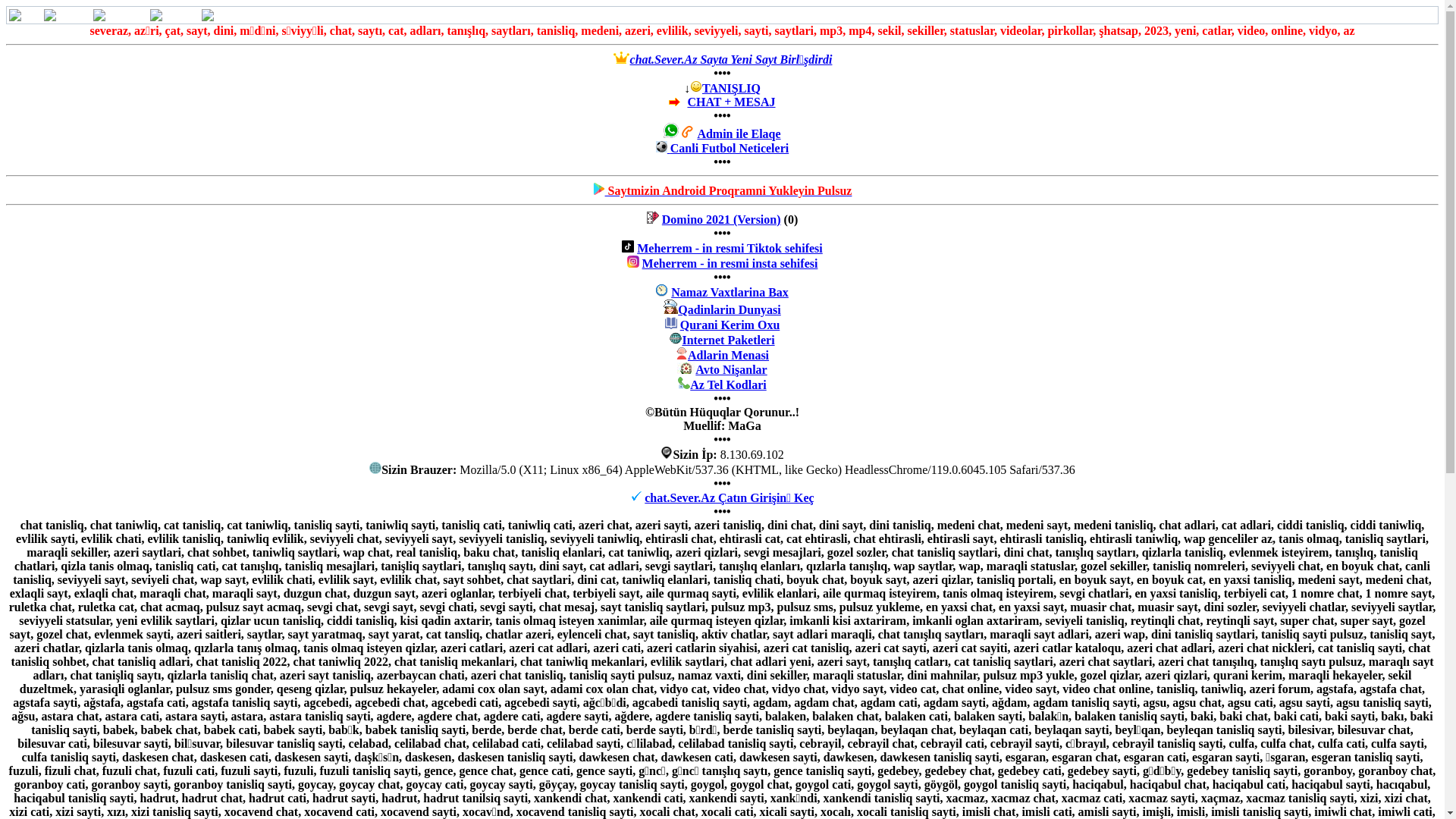 Image resolution: width=1456 pixels, height=819 pixels. Describe the element at coordinates (662, 219) in the screenshot. I see `'Domino 2021 (Version)'` at that location.